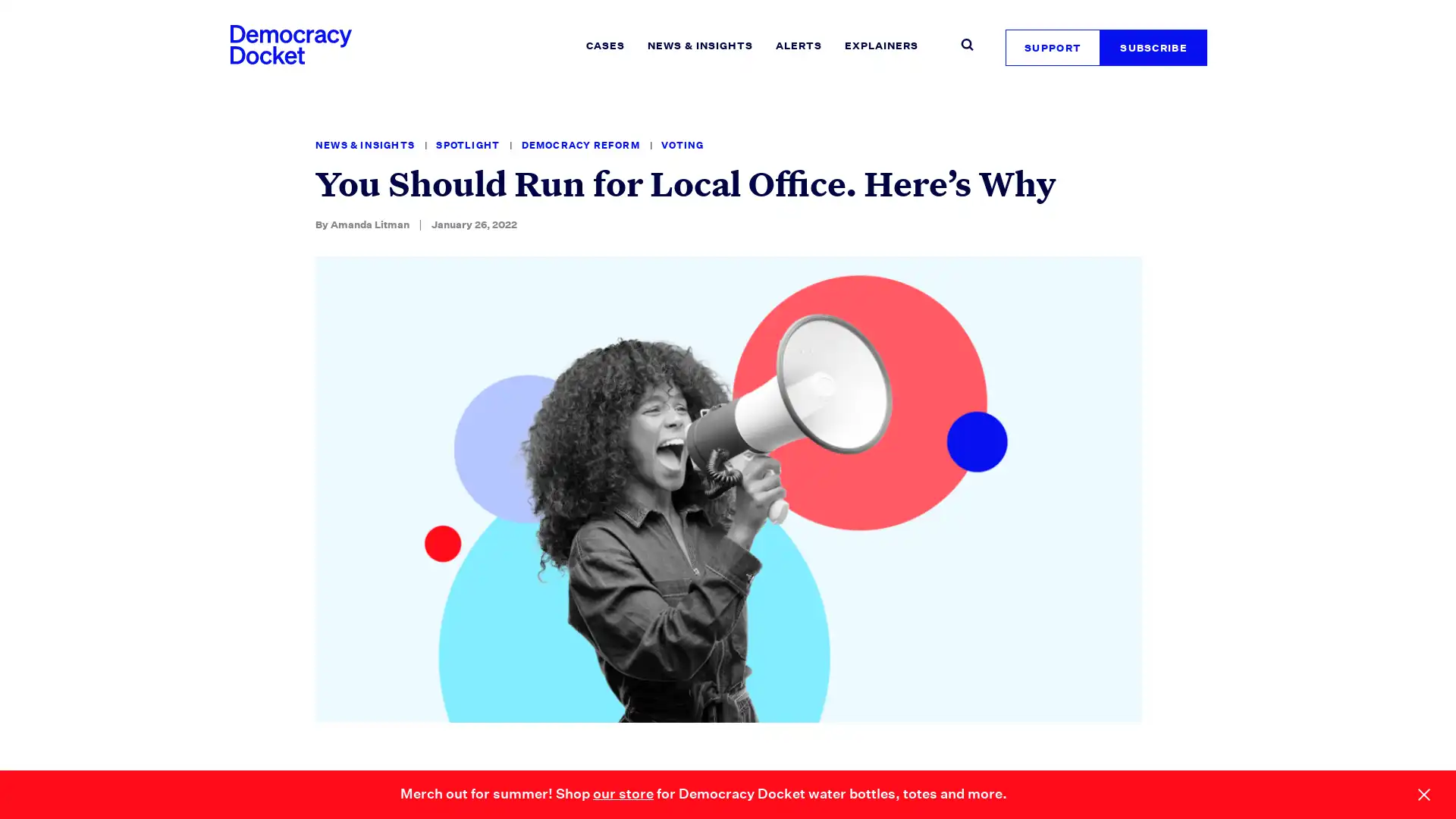  I want to click on CLOSE, so click(1423, 794).